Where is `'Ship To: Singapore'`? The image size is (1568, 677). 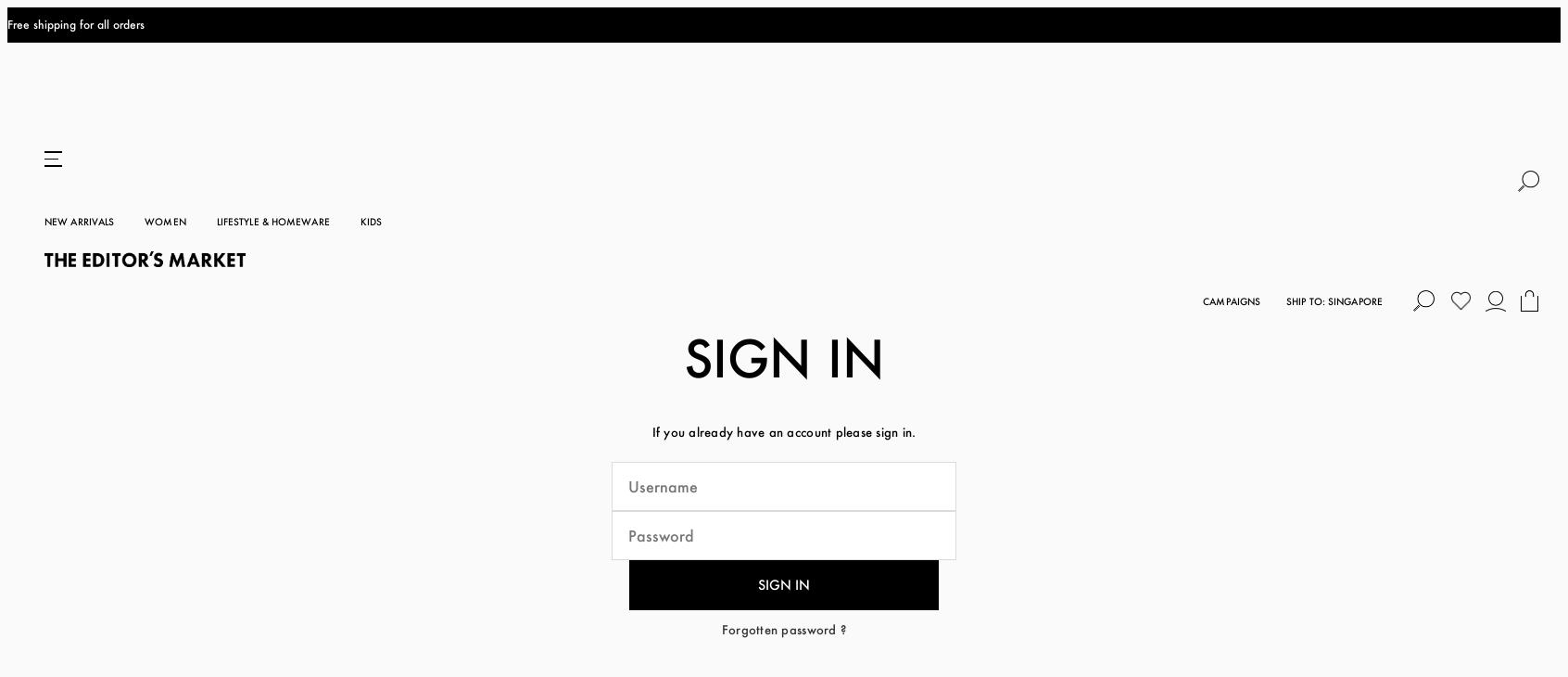 'Ship To: Singapore' is located at coordinates (1334, 152).